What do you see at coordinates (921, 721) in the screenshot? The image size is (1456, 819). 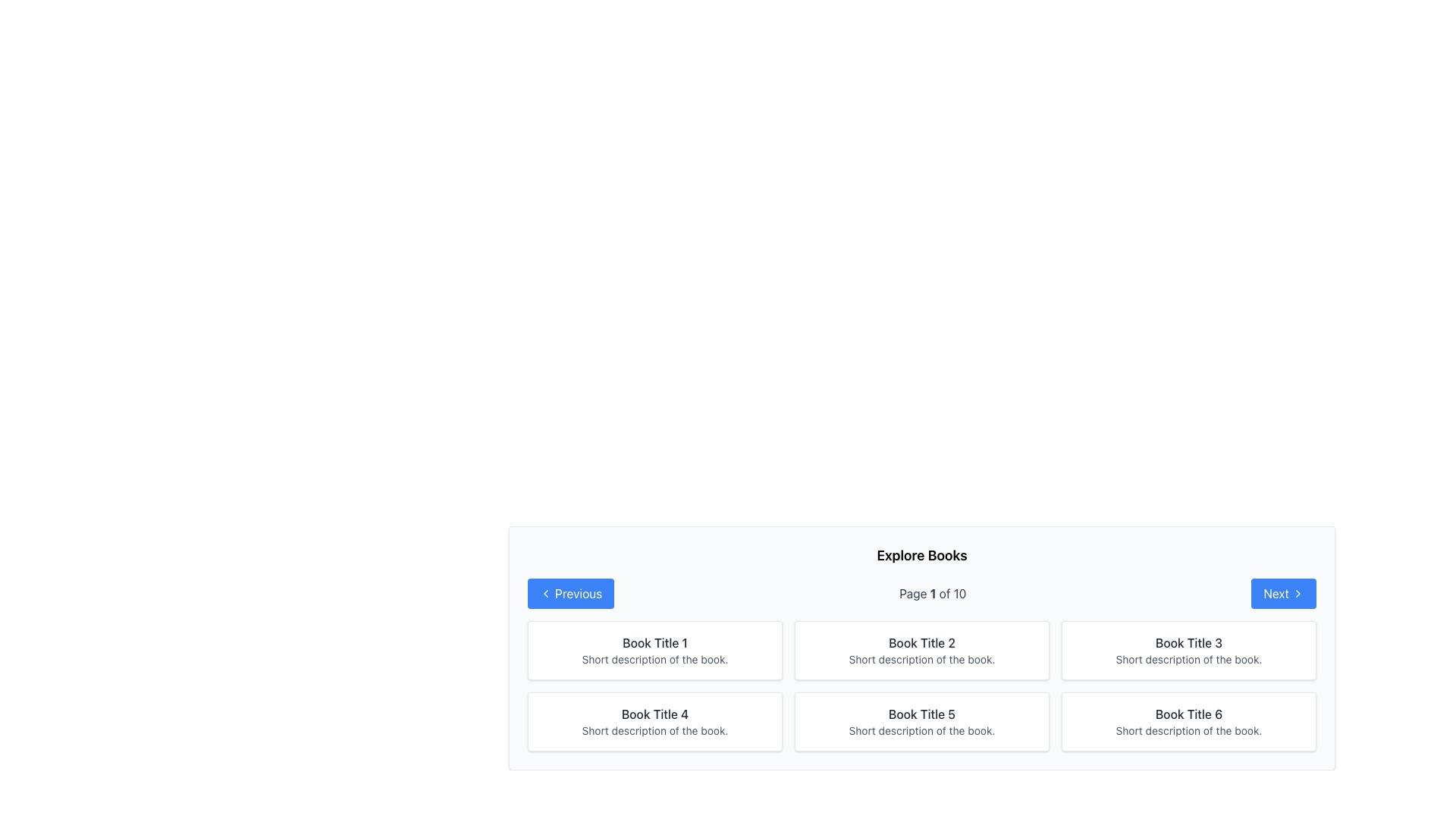 I see `the rectangular card displaying 'Book Title 5' with a white background and rounded corners, located in the second row and second column of the grid layout` at bounding box center [921, 721].